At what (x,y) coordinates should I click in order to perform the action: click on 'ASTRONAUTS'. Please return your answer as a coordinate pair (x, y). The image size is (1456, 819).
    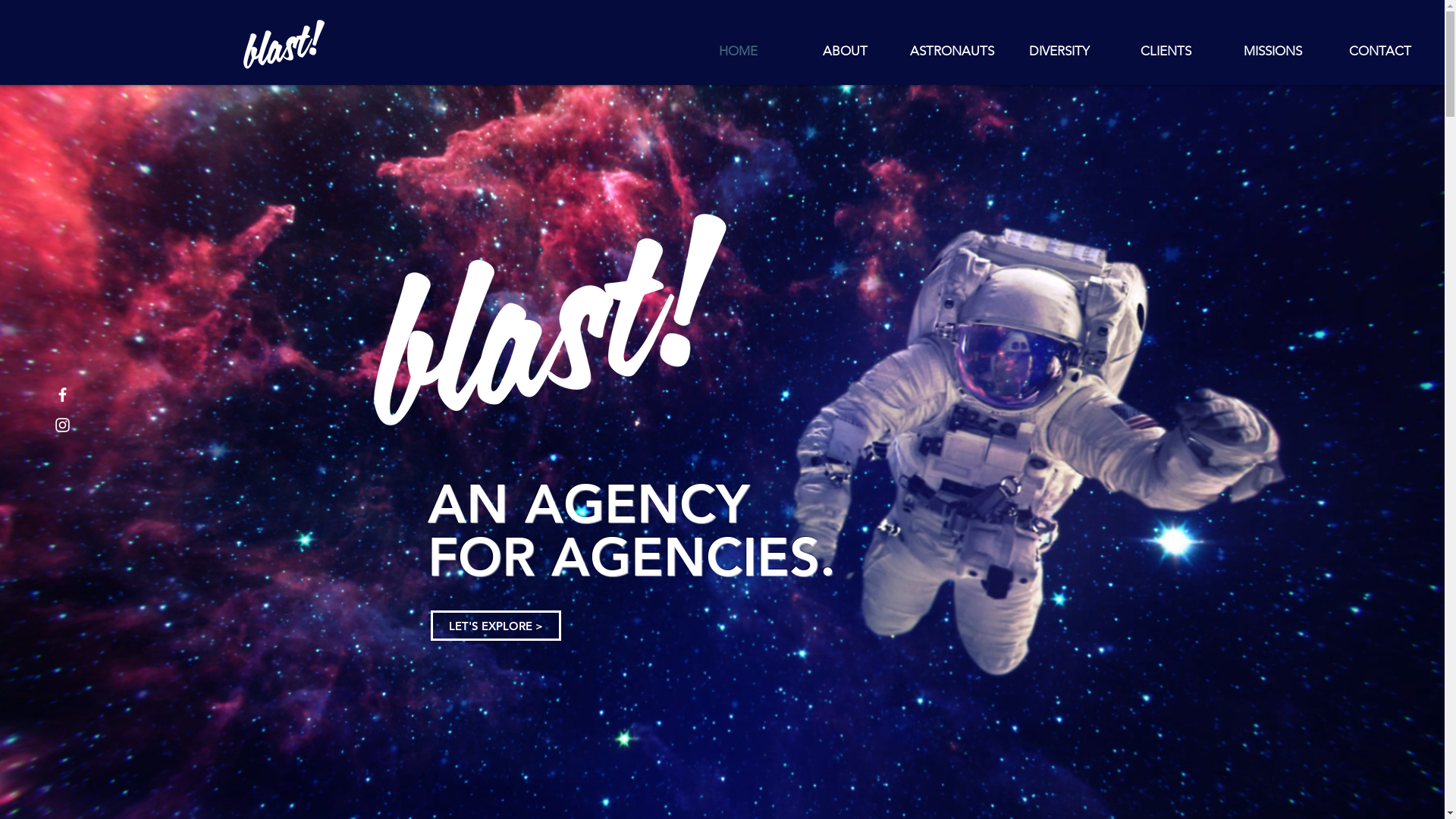
    Looking at the image, I should click on (951, 49).